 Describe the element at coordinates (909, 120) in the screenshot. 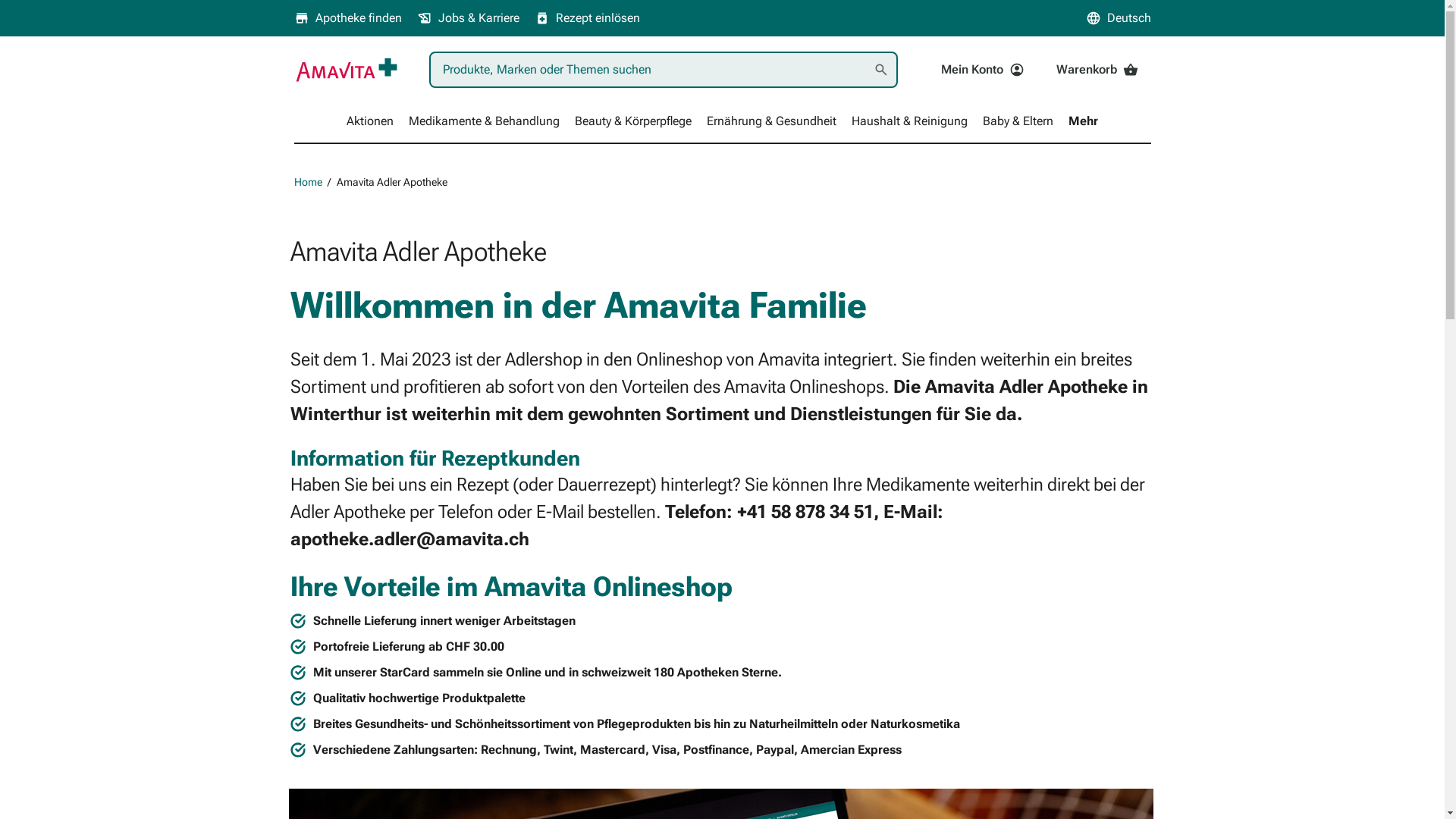

I see `'Haushalt & Reinigung'` at that location.